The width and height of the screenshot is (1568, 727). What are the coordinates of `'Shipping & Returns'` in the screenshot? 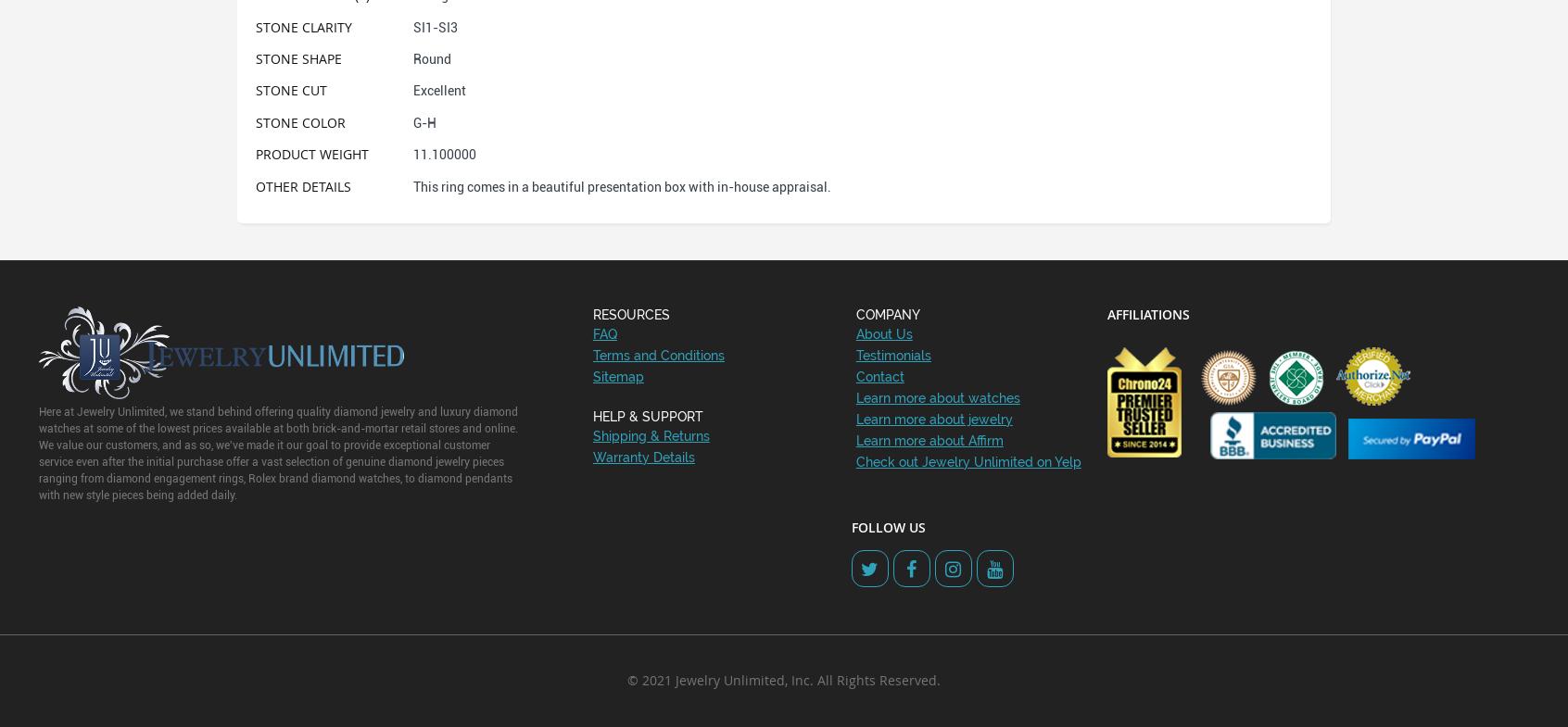 It's located at (651, 434).